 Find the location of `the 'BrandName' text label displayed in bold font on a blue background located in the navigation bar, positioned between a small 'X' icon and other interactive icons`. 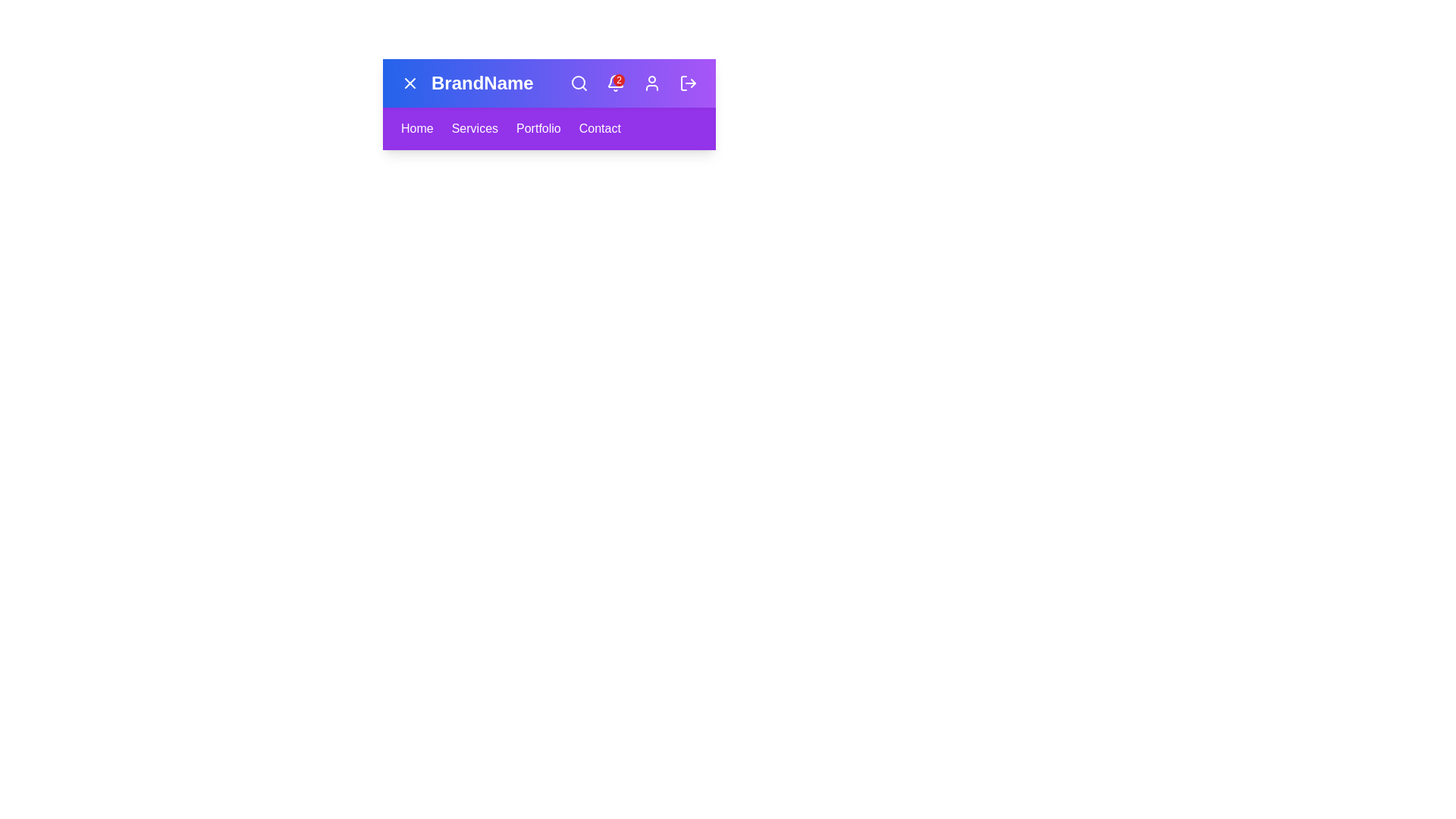

the 'BrandName' text label displayed in bold font on a blue background located in the navigation bar, positioned between a small 'X' icon and other interactive icons is located at coordinates (466, 83).